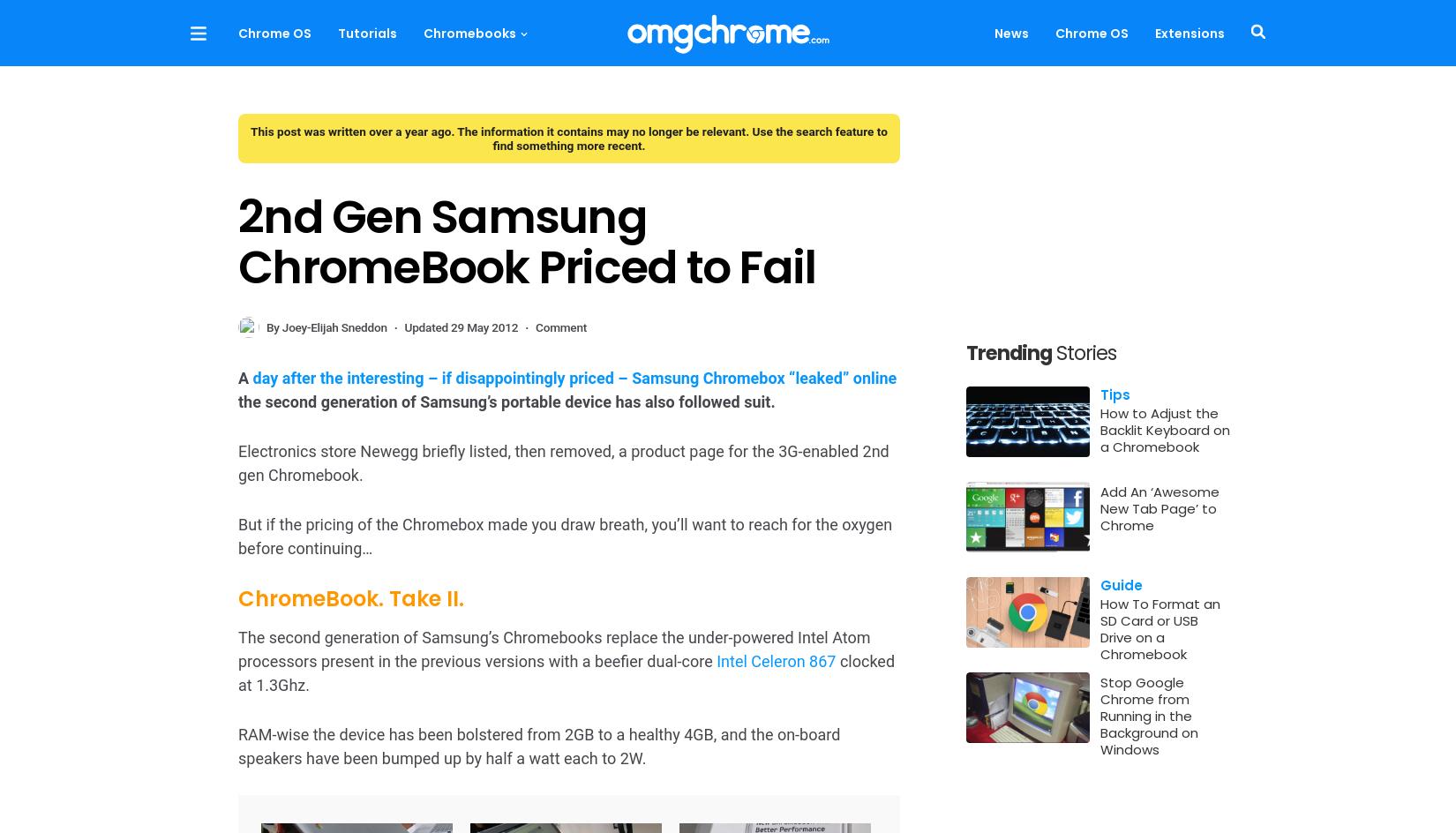  I want to click on 'have you checked if your Chromebook has a backlit keyboard?', so click(1114, 772).